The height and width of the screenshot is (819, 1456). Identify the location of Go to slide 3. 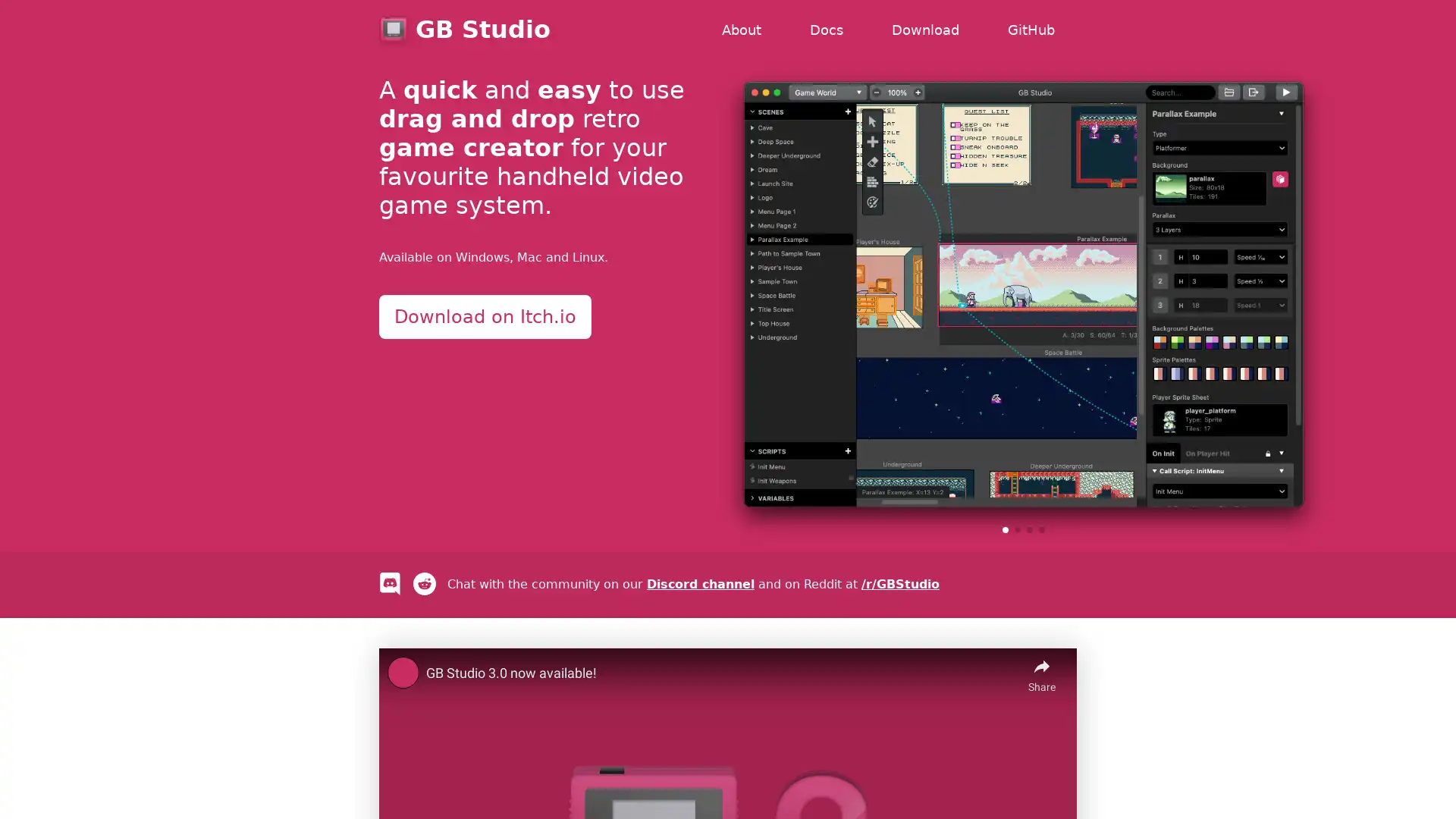
(1030, 529).